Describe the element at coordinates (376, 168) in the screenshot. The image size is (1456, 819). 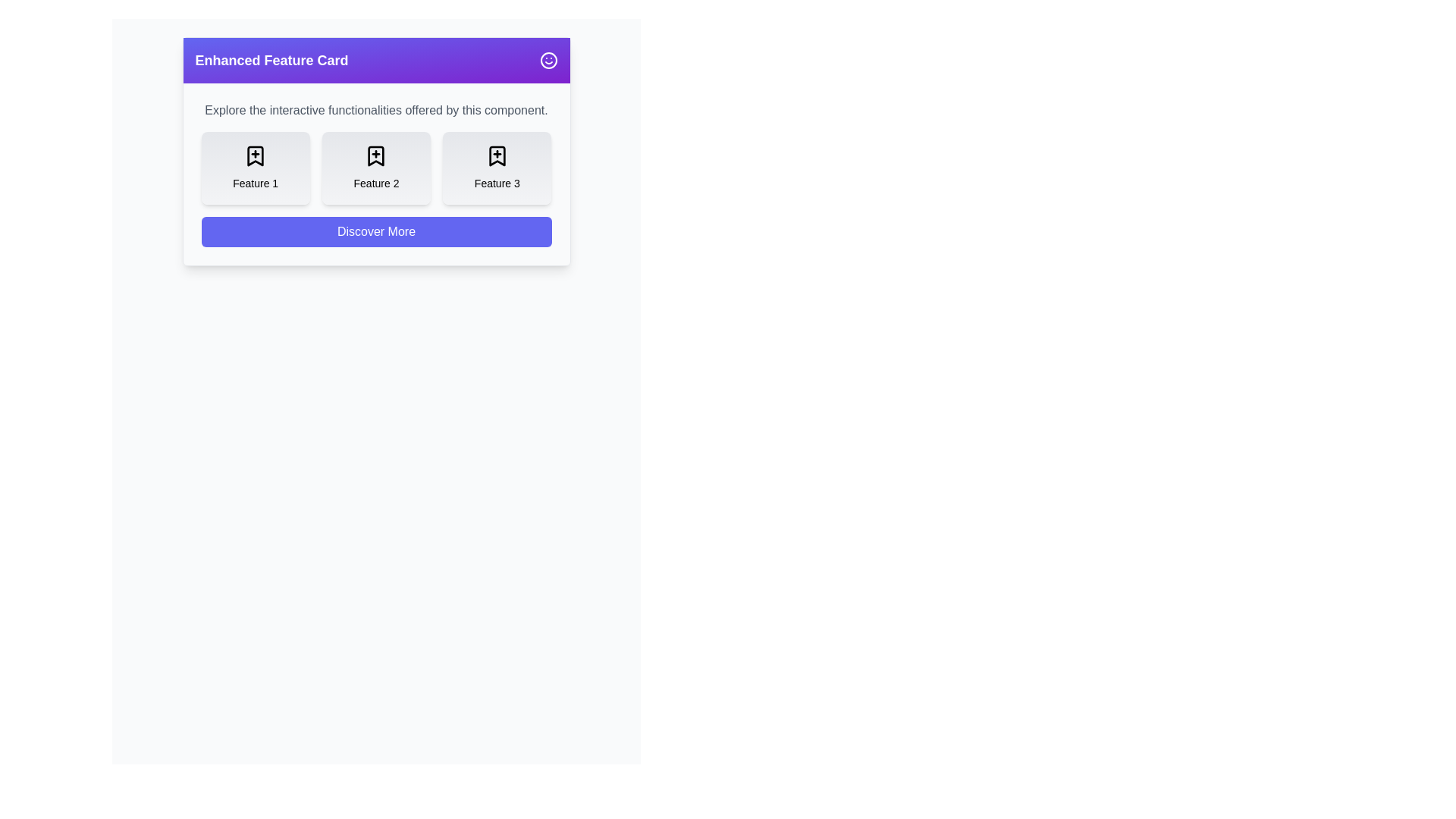
I see `the centrally positioned card in the Grid Layout` at that location.